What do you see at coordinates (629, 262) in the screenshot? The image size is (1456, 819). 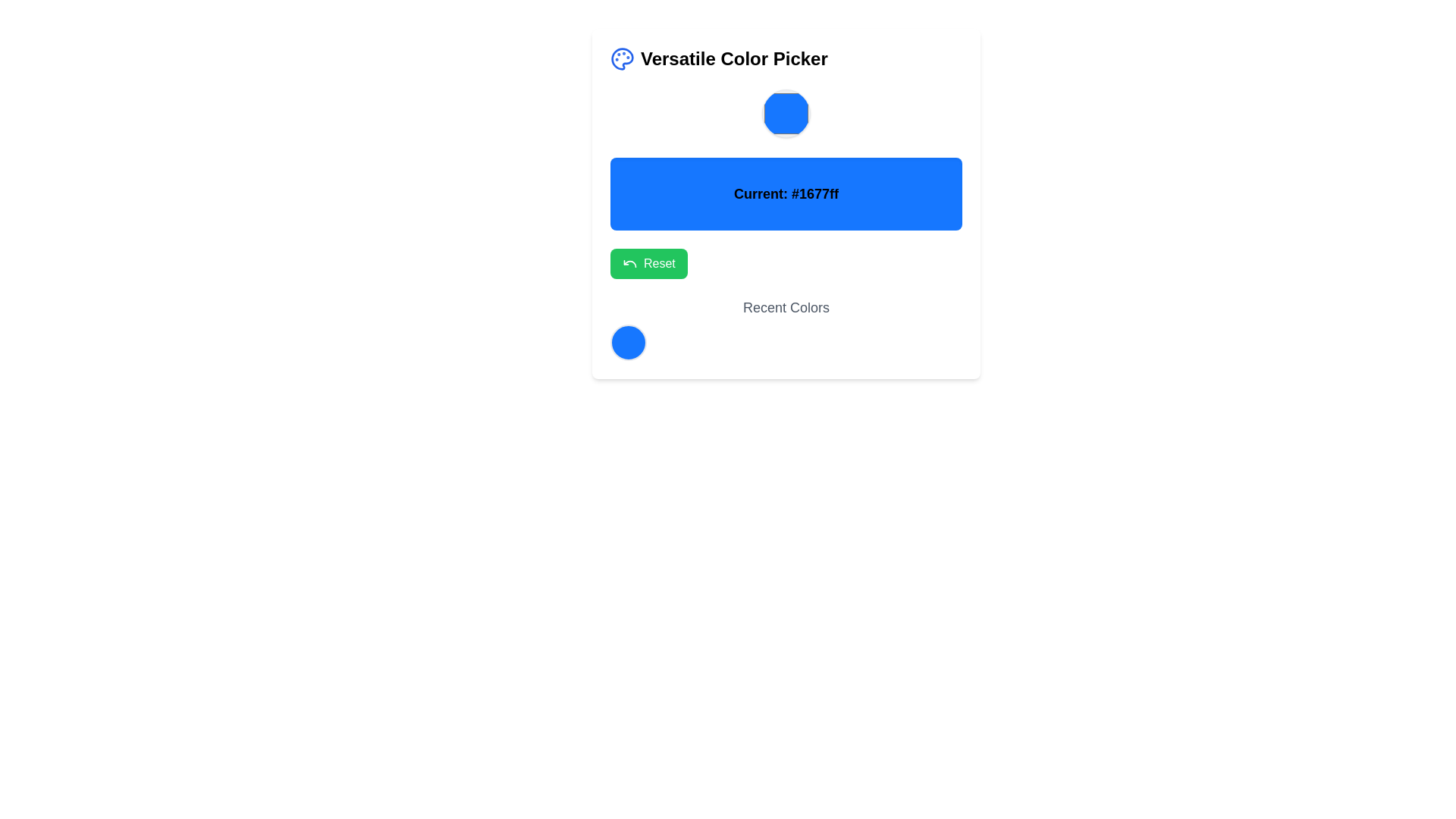 I see `the small undo icon located inside the green rectangular button labeled 'Reset', which is positioned to the left of the label text` at bounding box center [629, 262].